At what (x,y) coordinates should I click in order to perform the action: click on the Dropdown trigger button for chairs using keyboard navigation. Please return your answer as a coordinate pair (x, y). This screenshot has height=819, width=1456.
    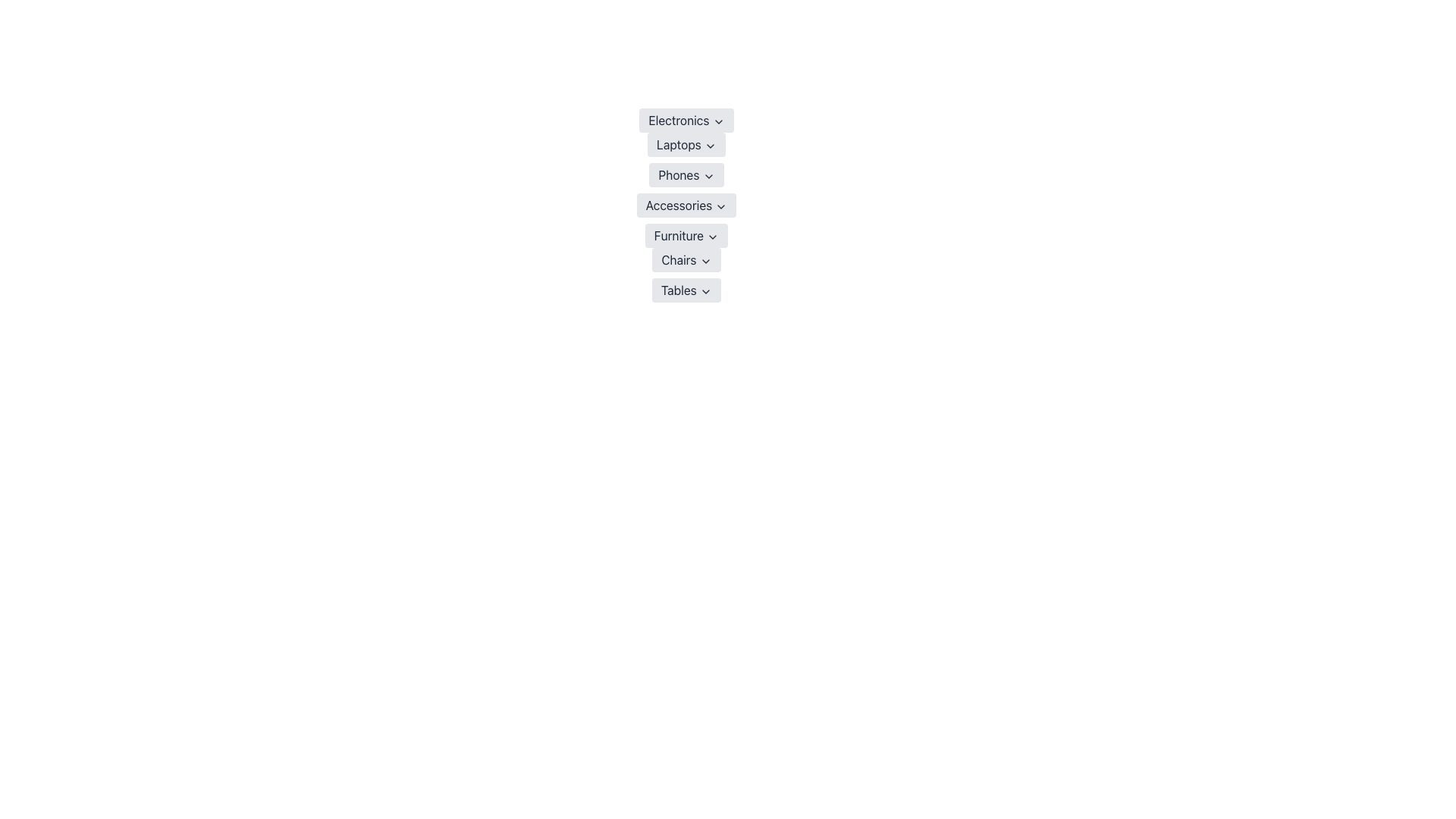
    Looking at the image, I should click on (686, 259).